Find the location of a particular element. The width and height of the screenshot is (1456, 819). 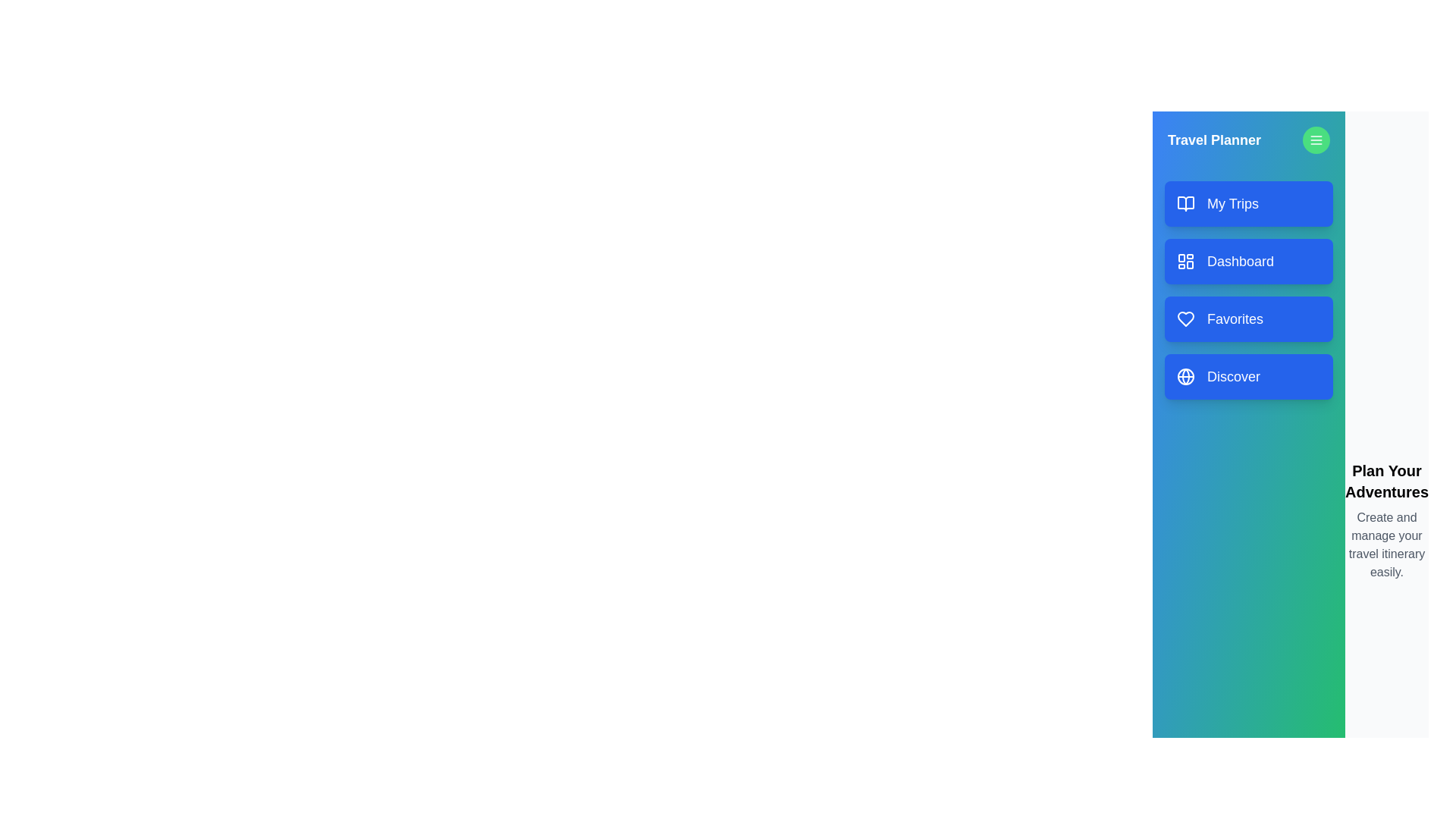

the menu item Dashboard to navigate is located at coordinates (1248, 260).